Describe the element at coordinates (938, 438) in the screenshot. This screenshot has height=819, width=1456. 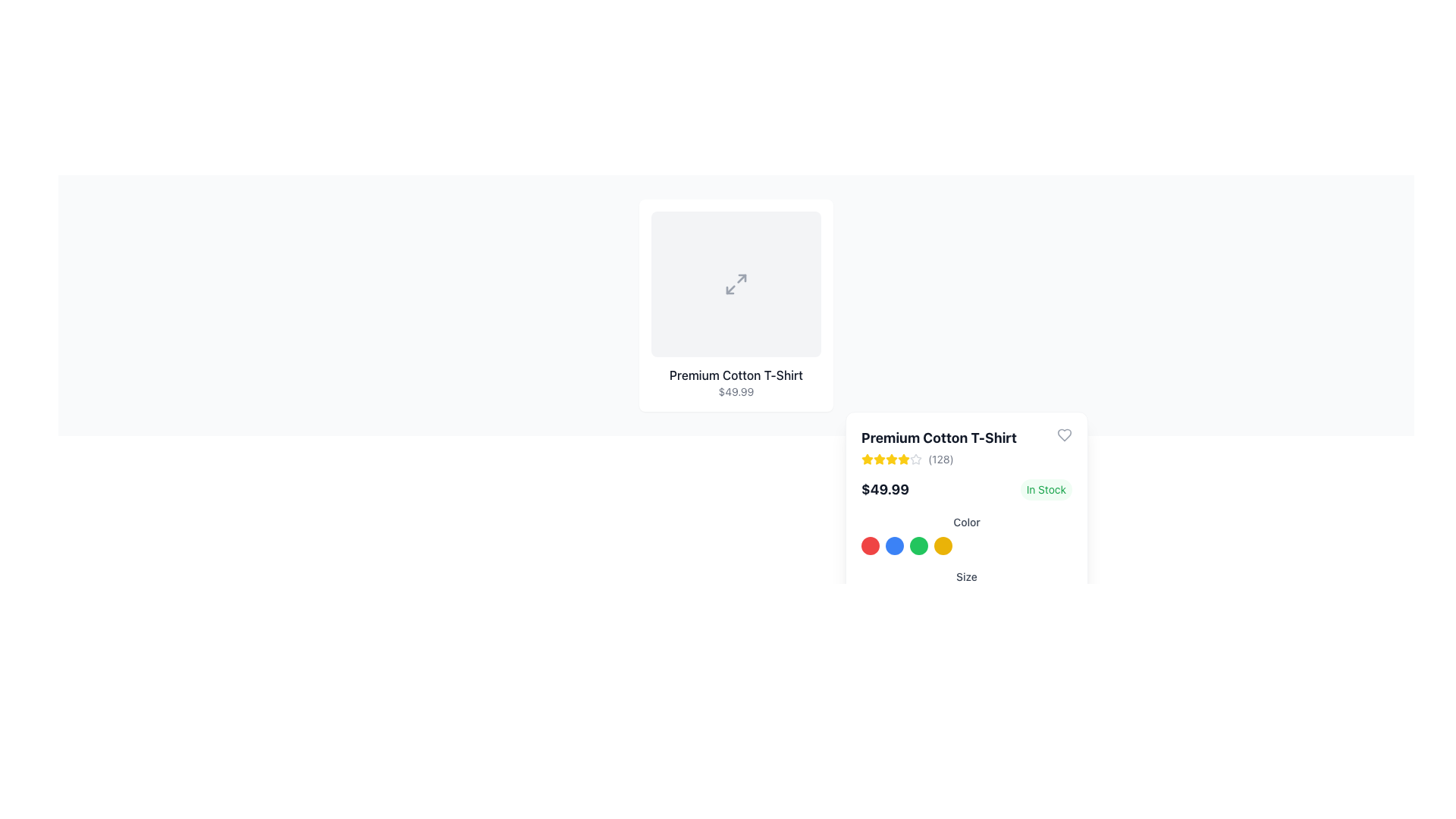
I see `the text label displaying 'Premium Cotton T-Shirt', which is prominently styled in bold, large font on a light background, located at the top of the content above the rating stars and review count` at that location.